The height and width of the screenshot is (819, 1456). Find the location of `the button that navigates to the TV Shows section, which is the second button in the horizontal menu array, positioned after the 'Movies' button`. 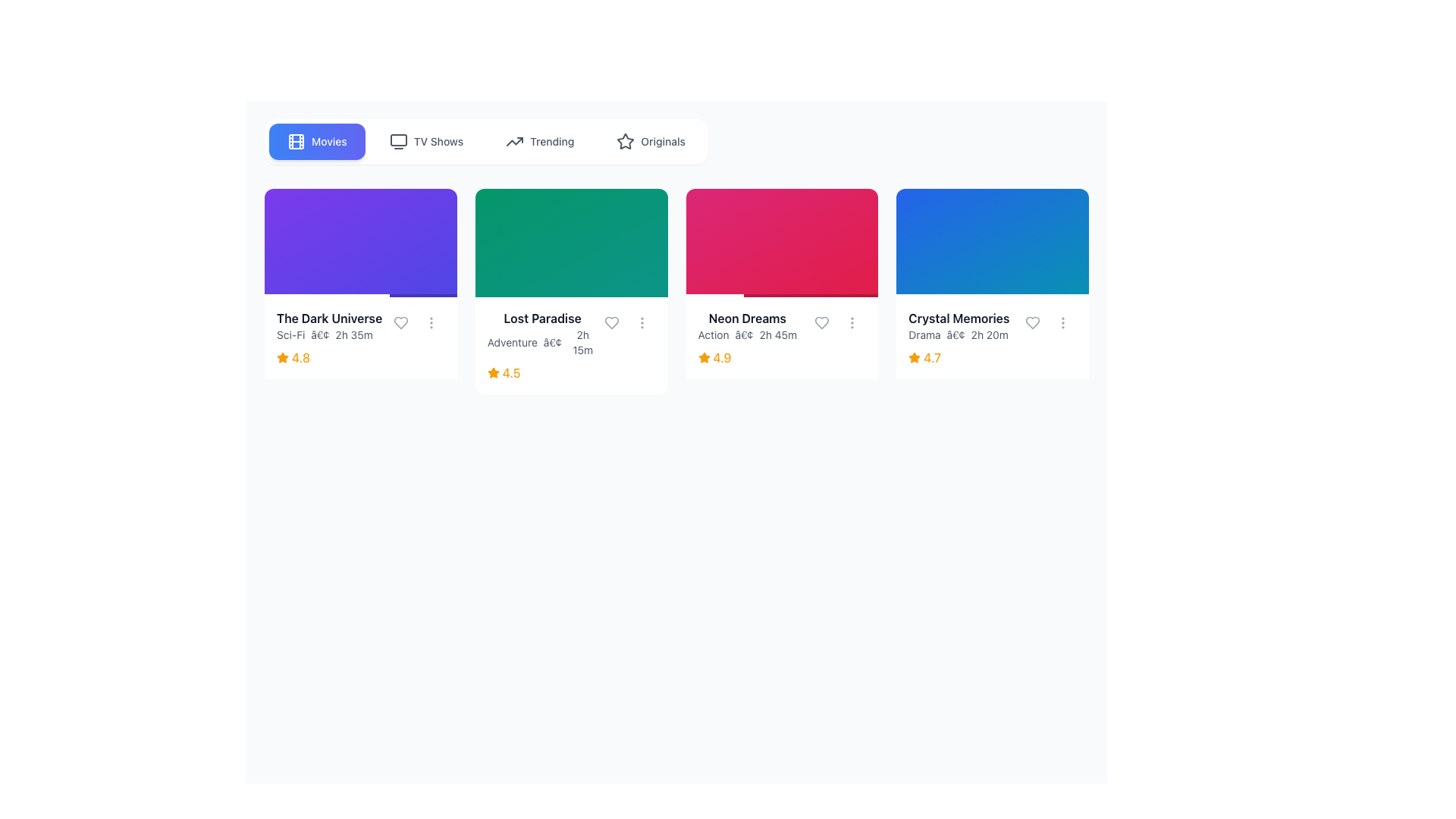

the button that navigates to the TV Shows section, which is the second button in the horizontal menu array, positioned after the 'Movies' button is located at coordinates (425, 141).